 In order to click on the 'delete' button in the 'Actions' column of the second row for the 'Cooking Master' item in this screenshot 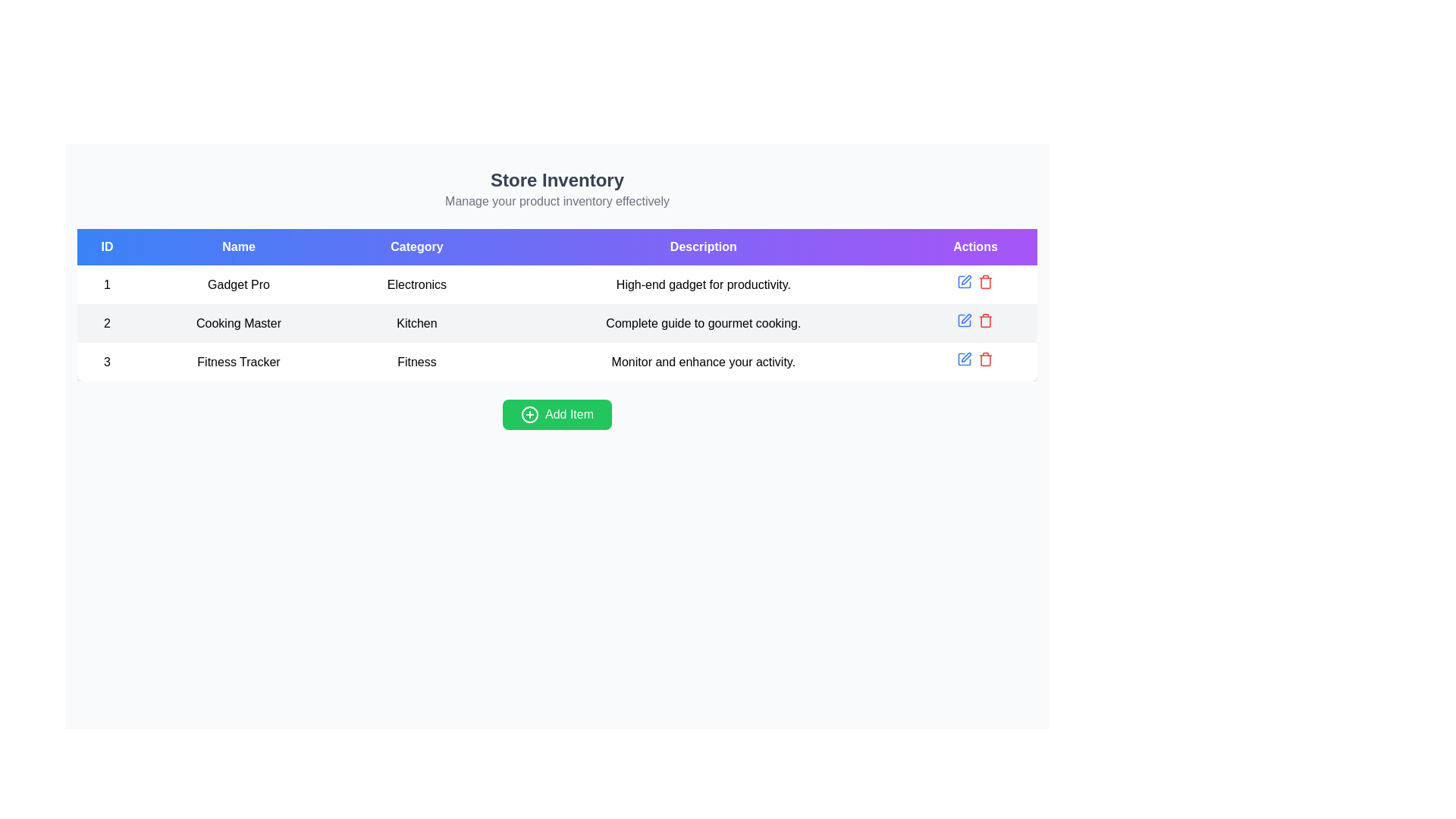, I will do `click(986, 320)`.